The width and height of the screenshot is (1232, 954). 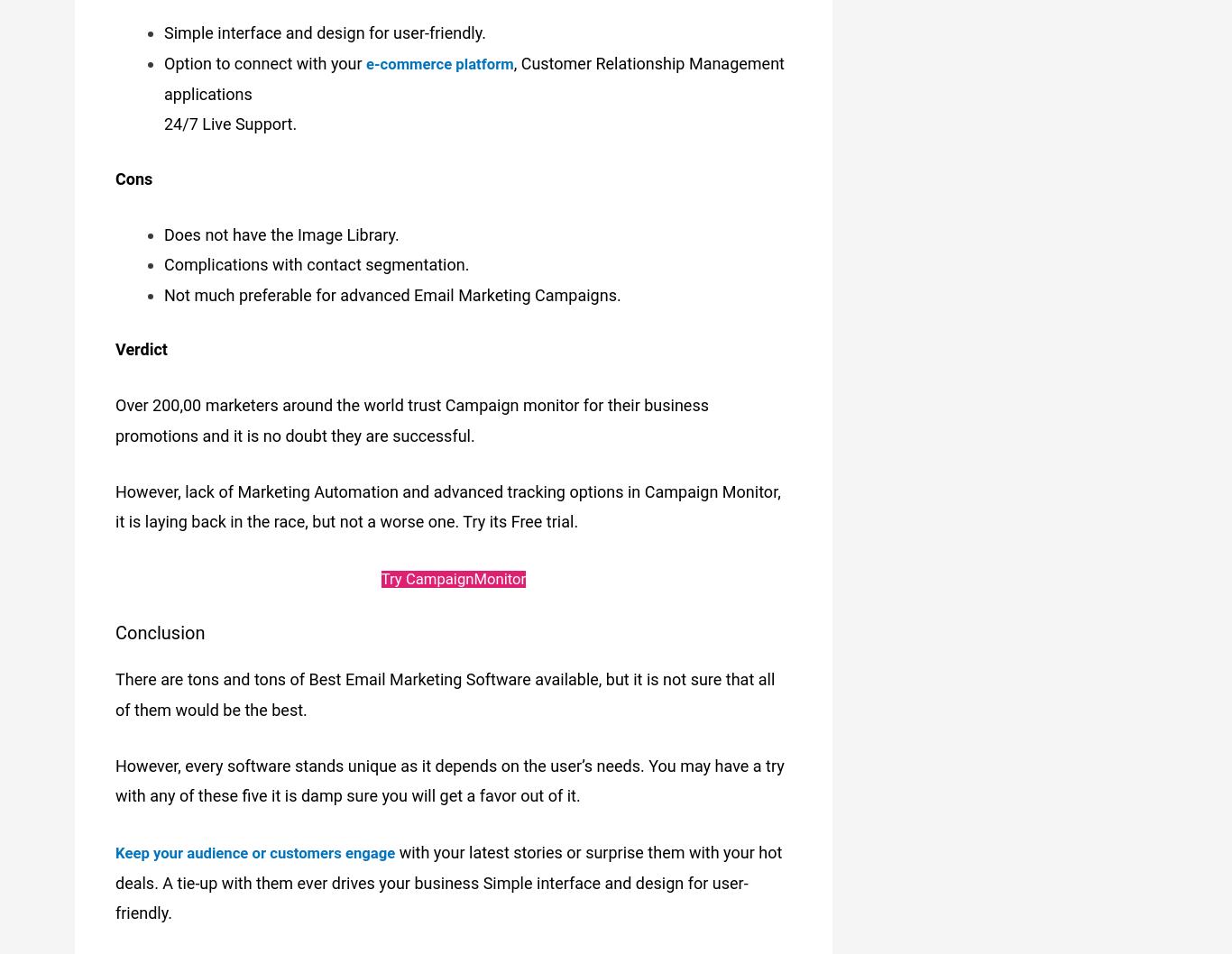 I want to click on 'Verdict', so click(x=140, y=338).